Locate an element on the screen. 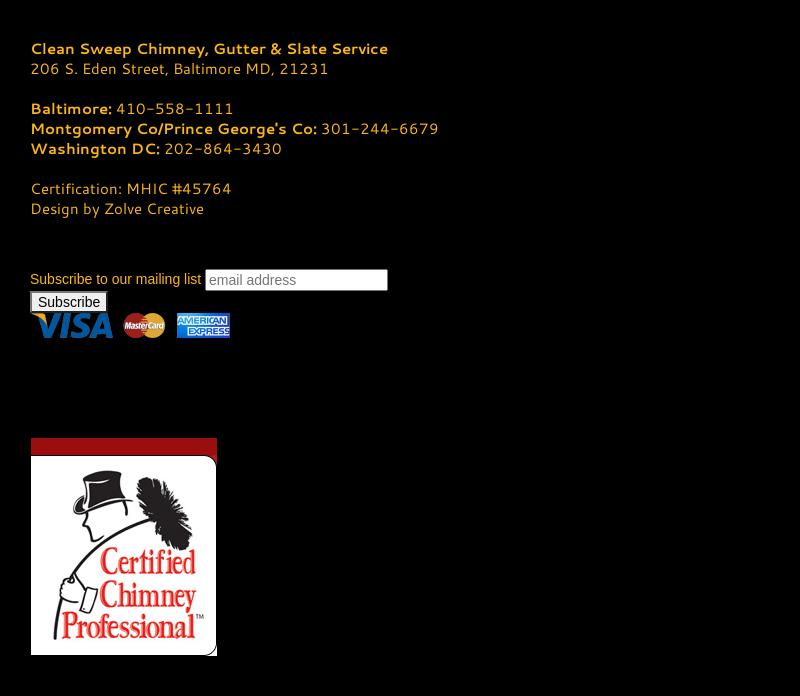  '410-558-1111' is located at coordinates (174, 107).